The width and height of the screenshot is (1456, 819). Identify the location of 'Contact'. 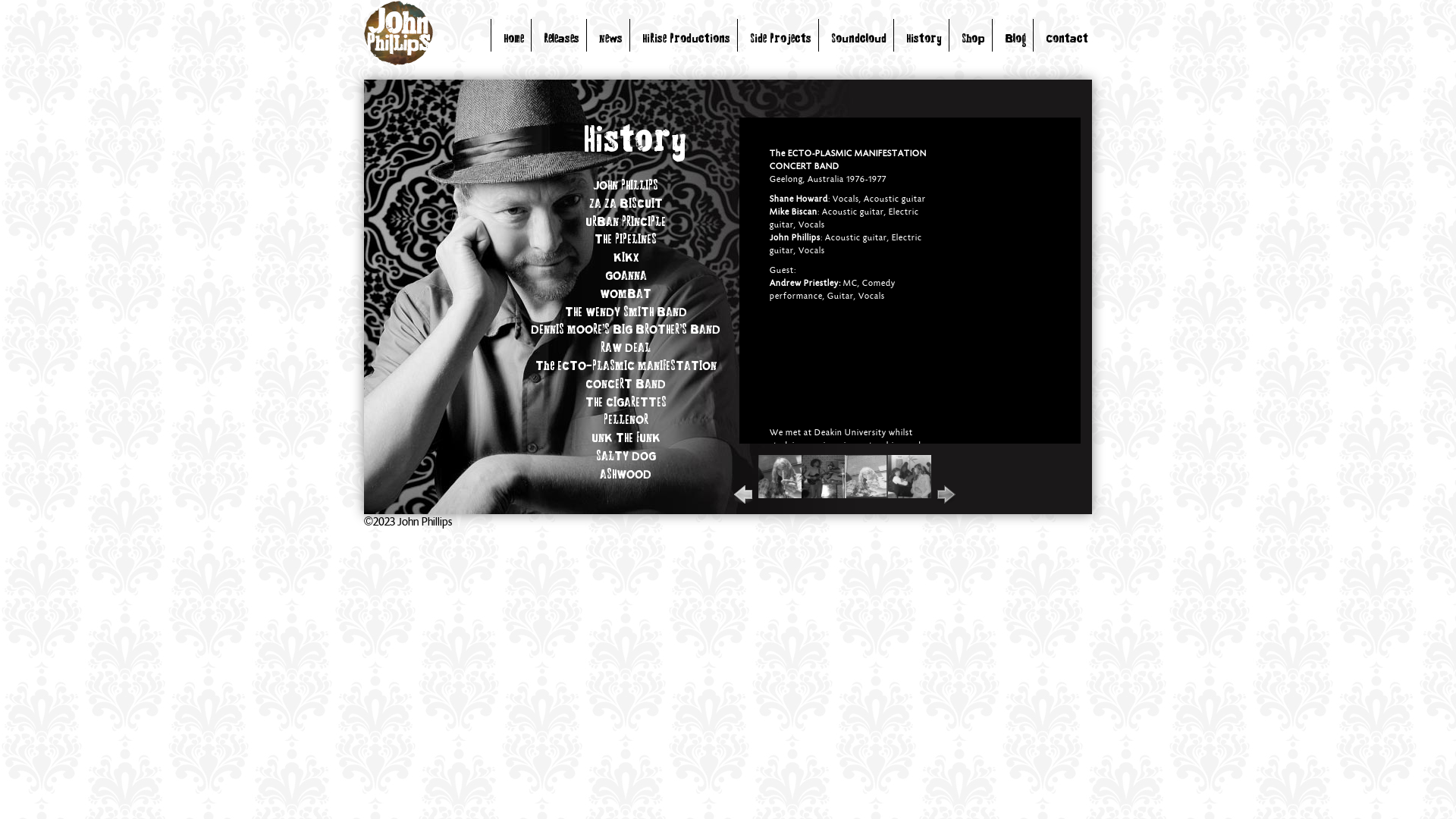
(1065, 39).